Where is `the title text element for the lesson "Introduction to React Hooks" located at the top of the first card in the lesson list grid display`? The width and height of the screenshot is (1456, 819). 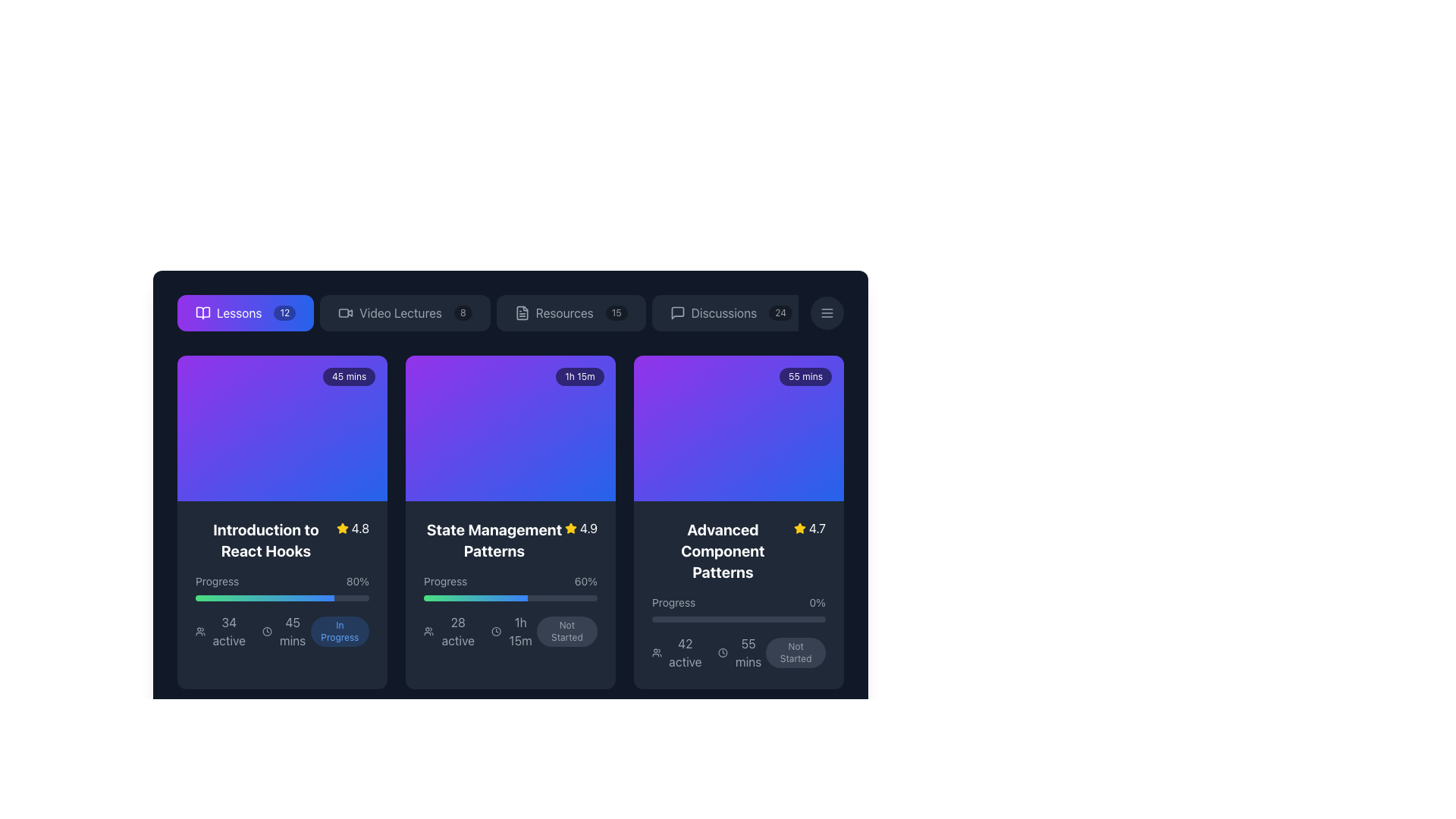 the title text element for the lesson "Introduction to React Hooks" located at the top of the first card in the lesson list grid display is located at coordinates (282, 540).